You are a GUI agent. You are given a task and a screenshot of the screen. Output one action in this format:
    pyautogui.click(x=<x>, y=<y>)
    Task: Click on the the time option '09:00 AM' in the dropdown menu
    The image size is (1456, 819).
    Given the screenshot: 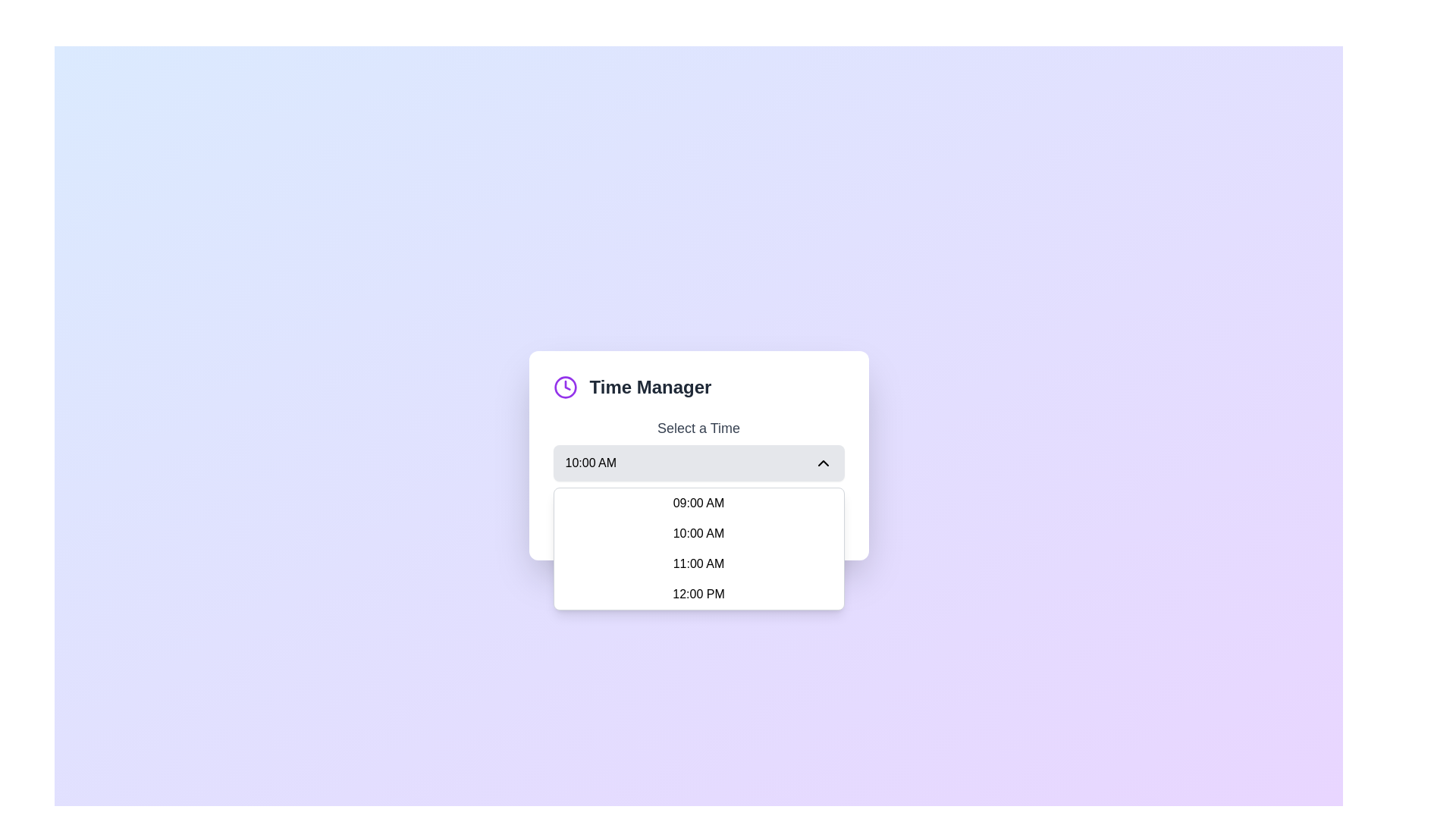 What is the action you would take?
    pyautogui.click(x=698, y=503)
    